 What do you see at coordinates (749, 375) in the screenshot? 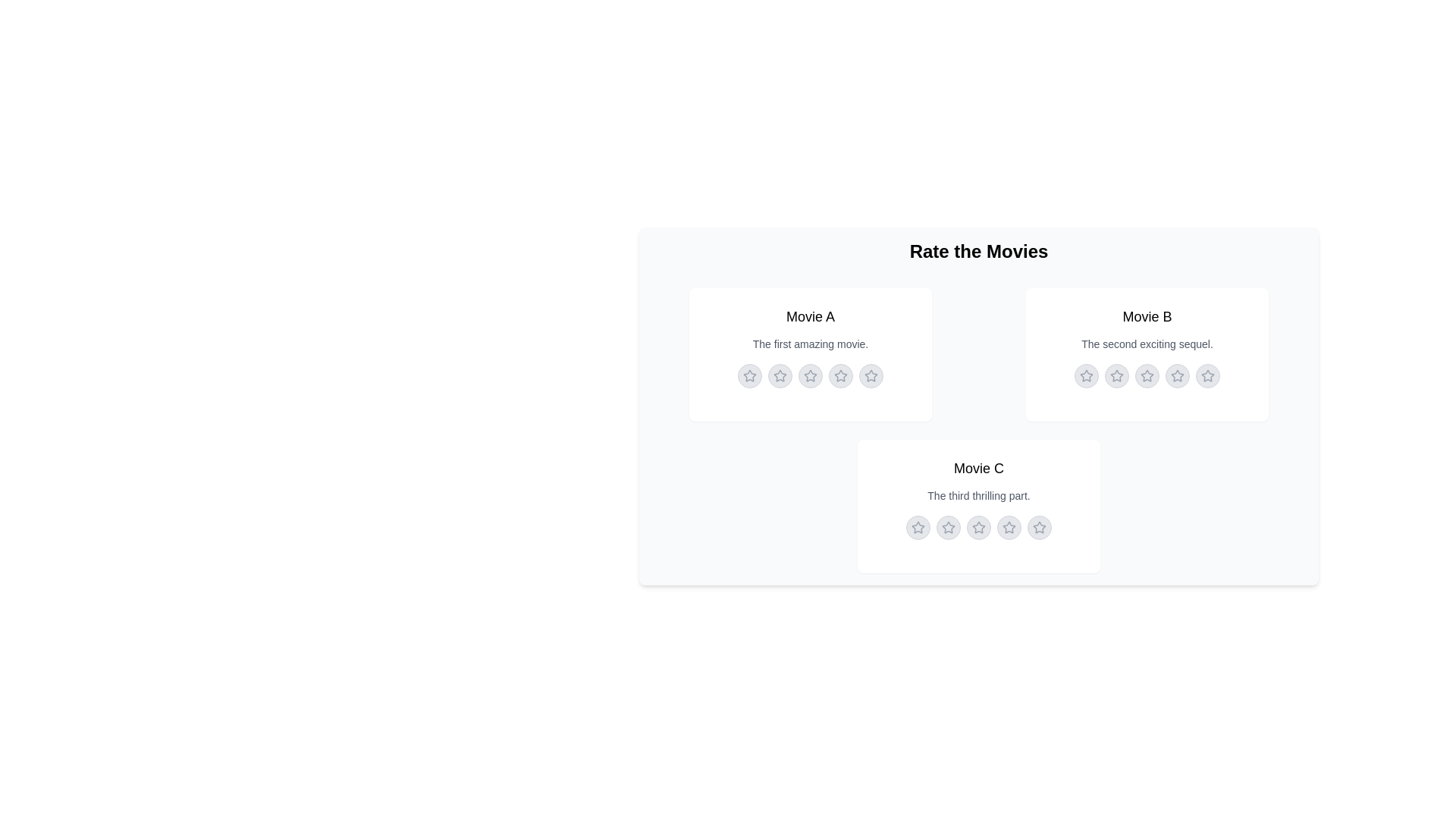
I see `the first circular Rating button with a light gray background and star icon to give a rating` at bounding box center [749, 375].